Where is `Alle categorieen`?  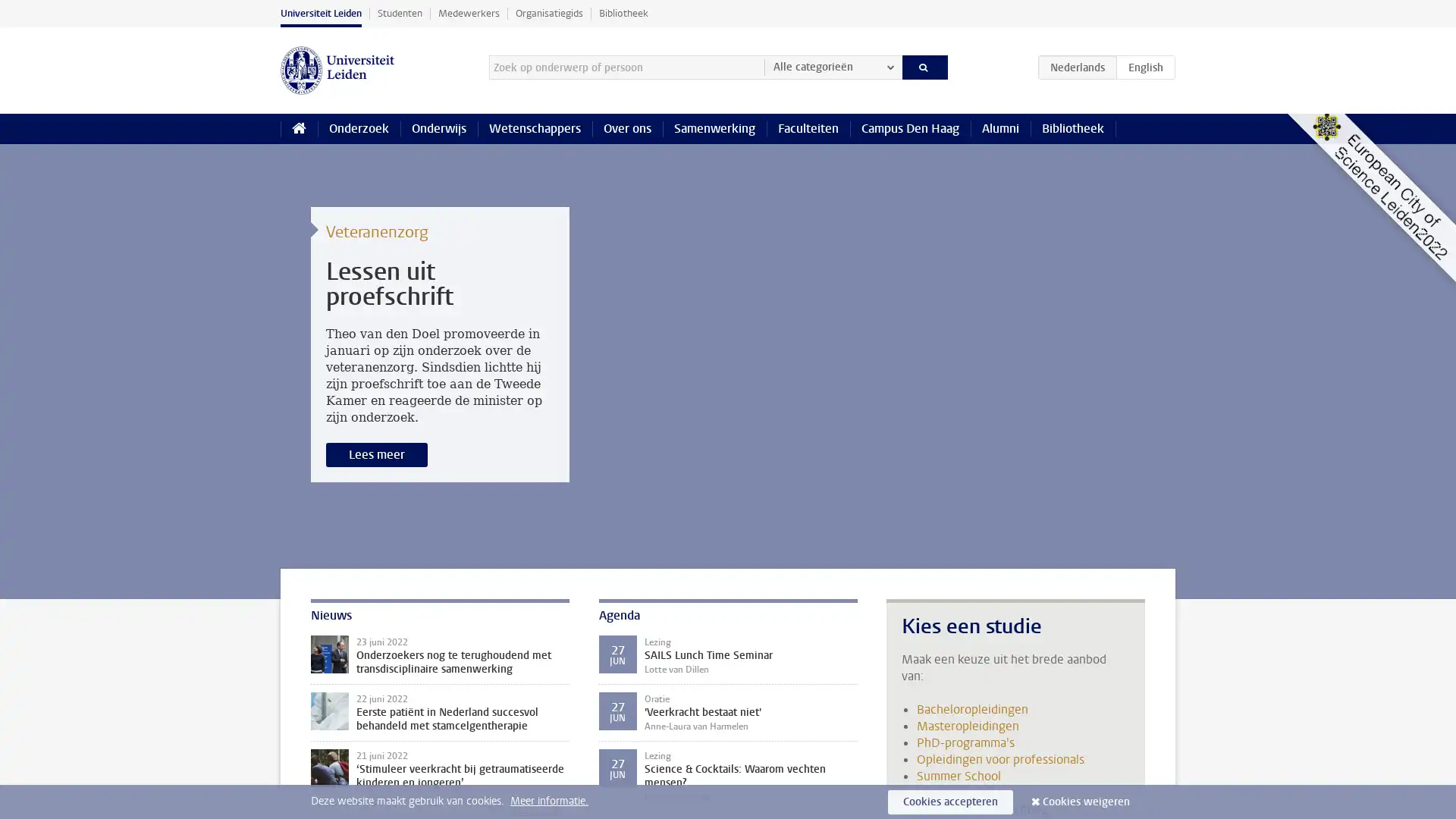
Alle categorieen is located at coordinates (832, 66).